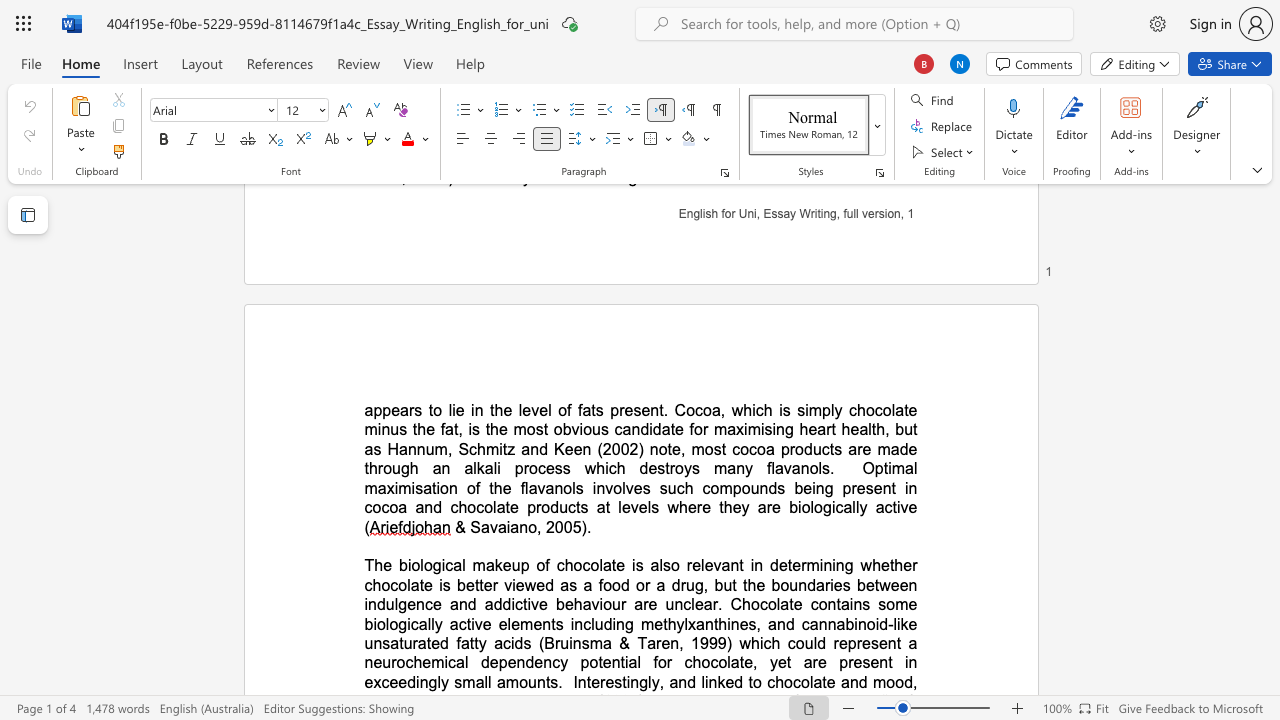 The image size is (1280, 720). What do you see at coordinates (690, 409) in the screenshot?
I see `the 3th character "o" in the text` at bounding box center [690, 409].